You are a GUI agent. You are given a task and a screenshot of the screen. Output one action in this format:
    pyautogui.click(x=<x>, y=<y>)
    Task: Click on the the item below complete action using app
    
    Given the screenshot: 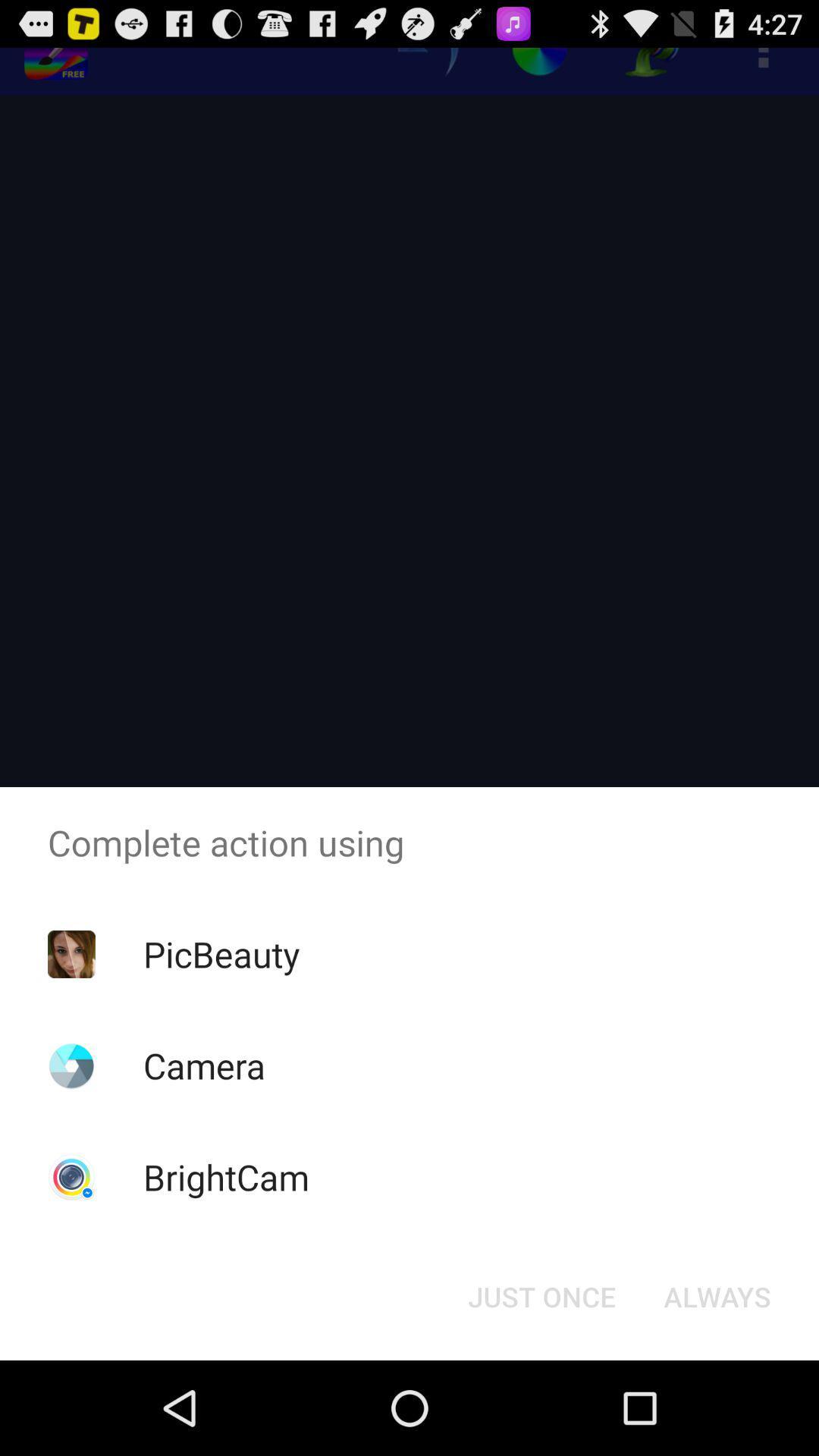 What is the action you would take?
    pyautogui.click(x=717, y=1295)
    